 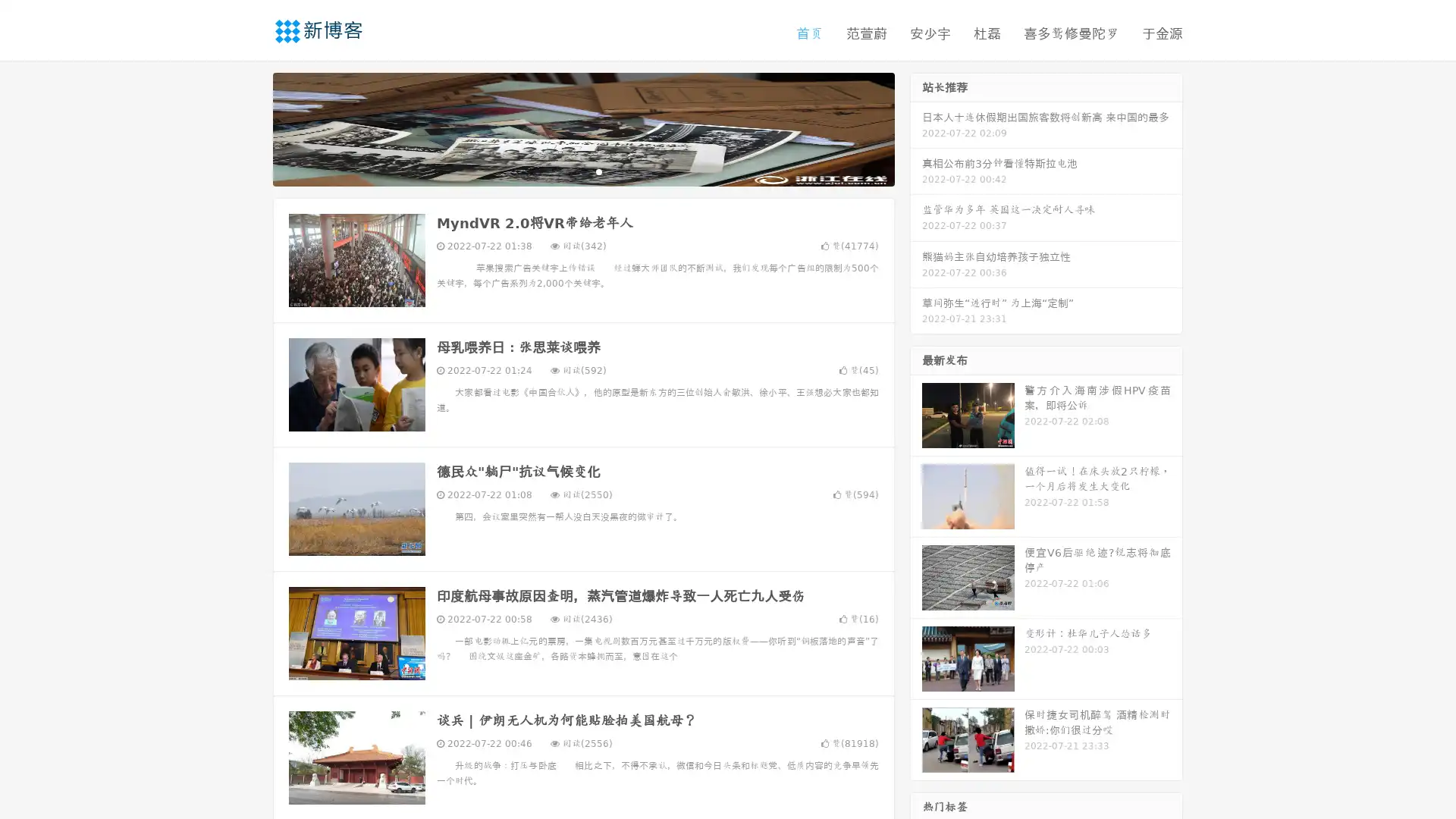 What do you see at coordinates (250, 127) in the screenshot?
I see `Previous slide` at bounding box center [250, 127].